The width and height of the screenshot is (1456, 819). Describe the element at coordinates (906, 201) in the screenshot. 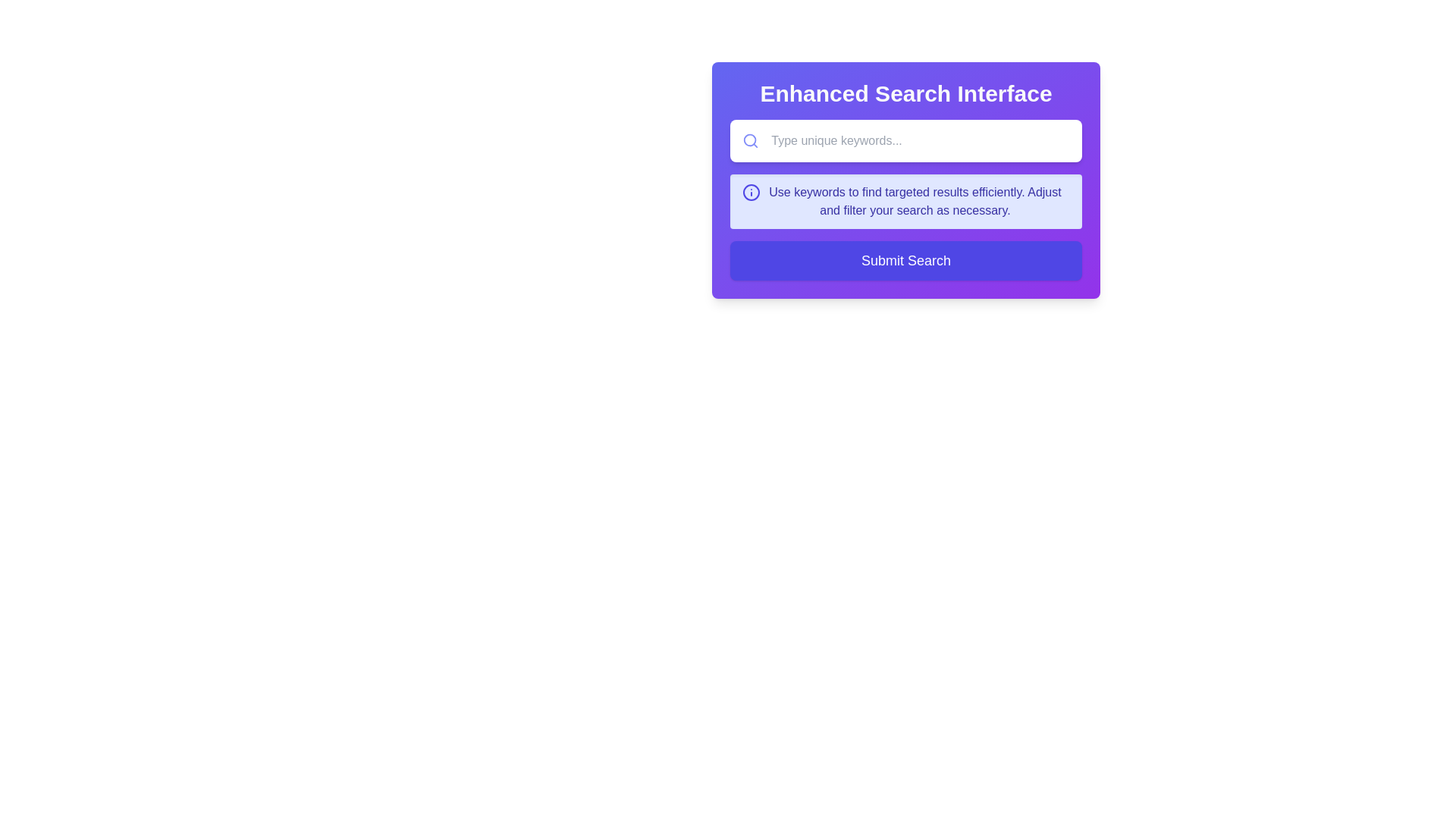

I see `text content from the informational panel with a light indigo background, rounded corners, and an informational icon on the left, located below the text input field for keywords` at that location.